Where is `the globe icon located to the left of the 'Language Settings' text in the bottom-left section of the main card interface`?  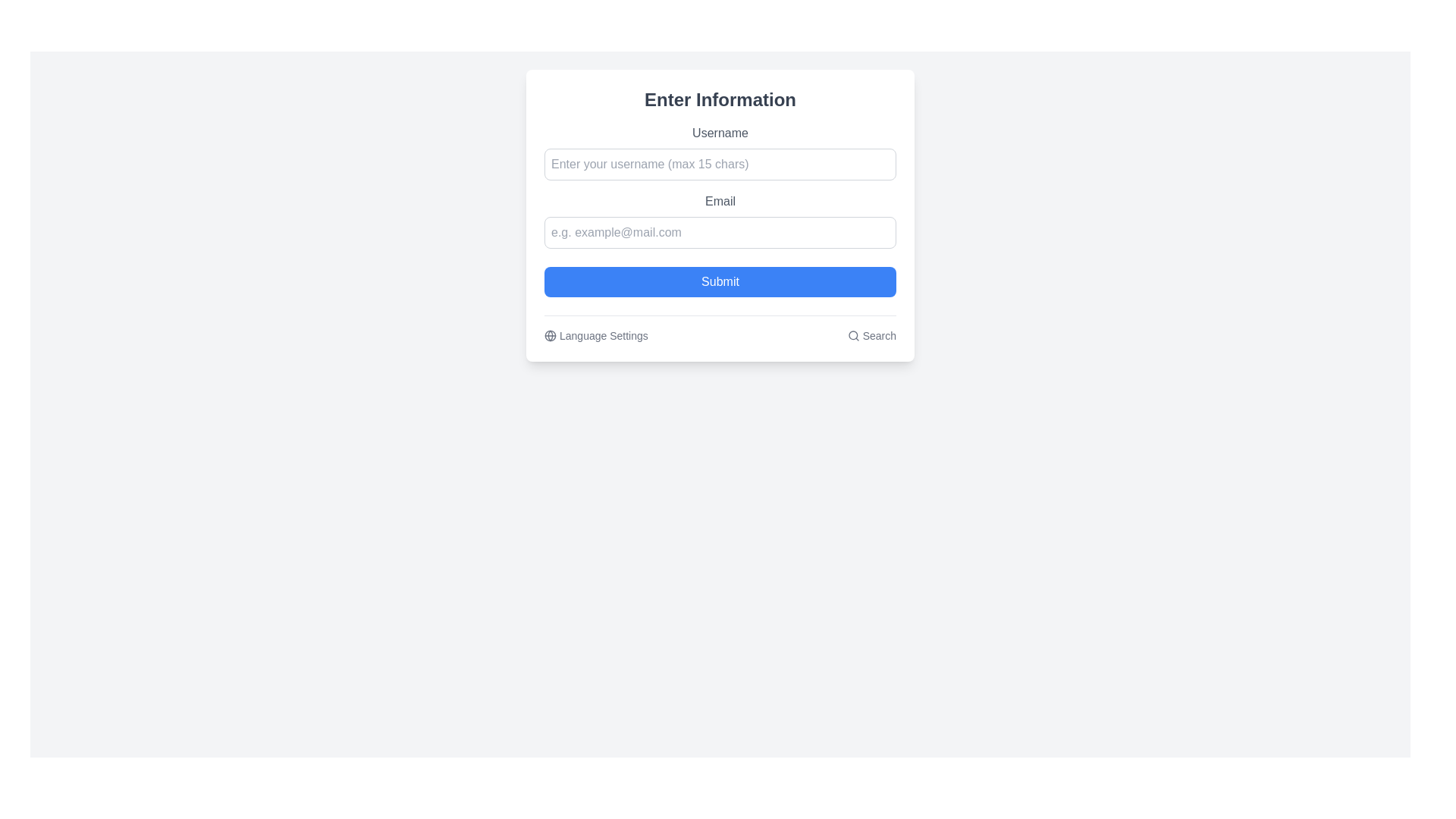 the globe icon located to the left of the 'Language Settings' text in the bottom-left section of the main card interface is located at coordinates (549, 335).